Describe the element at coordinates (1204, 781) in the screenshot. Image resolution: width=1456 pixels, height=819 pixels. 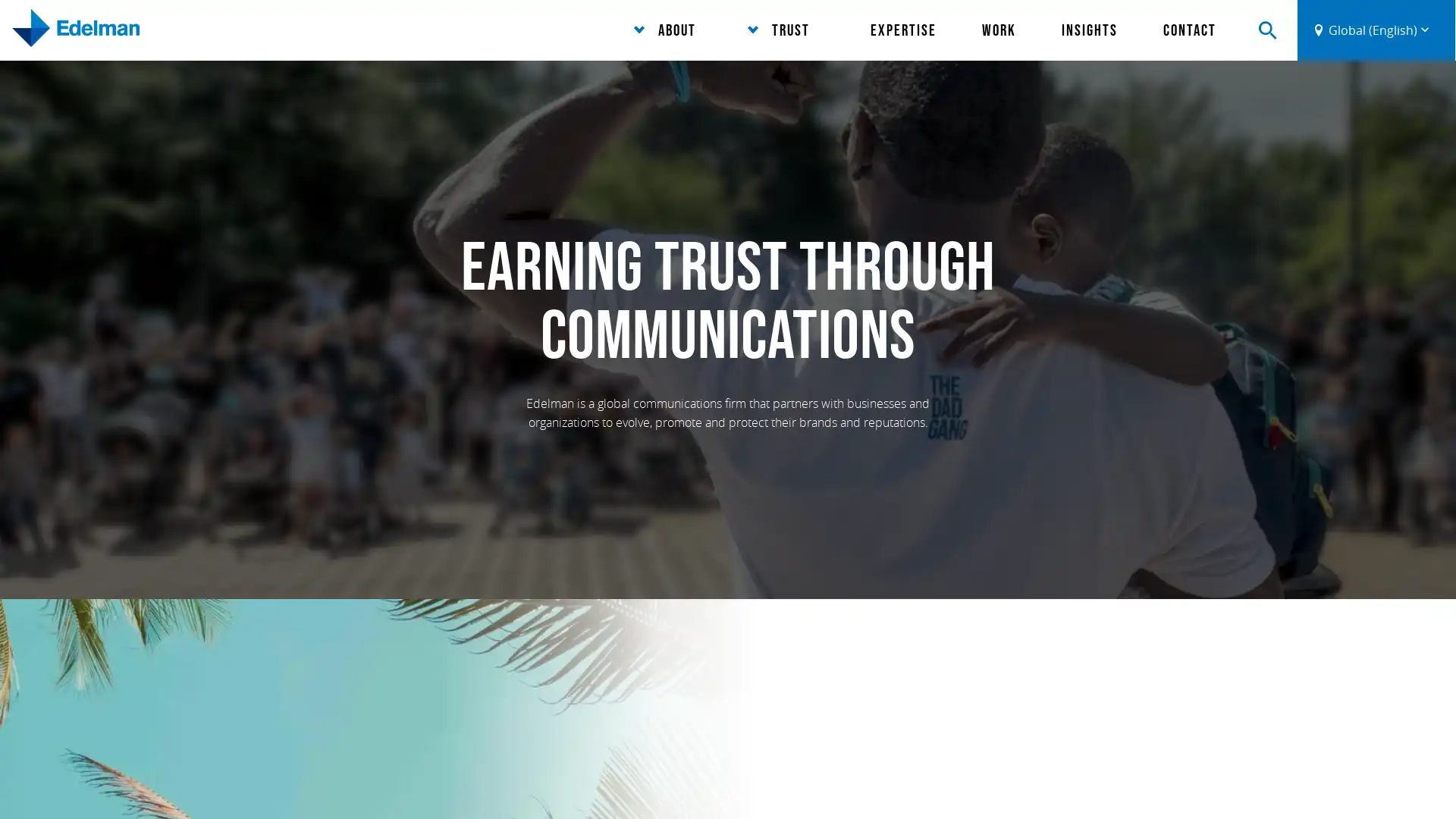
I see `ALLOW ALL COOKIES` at that location.